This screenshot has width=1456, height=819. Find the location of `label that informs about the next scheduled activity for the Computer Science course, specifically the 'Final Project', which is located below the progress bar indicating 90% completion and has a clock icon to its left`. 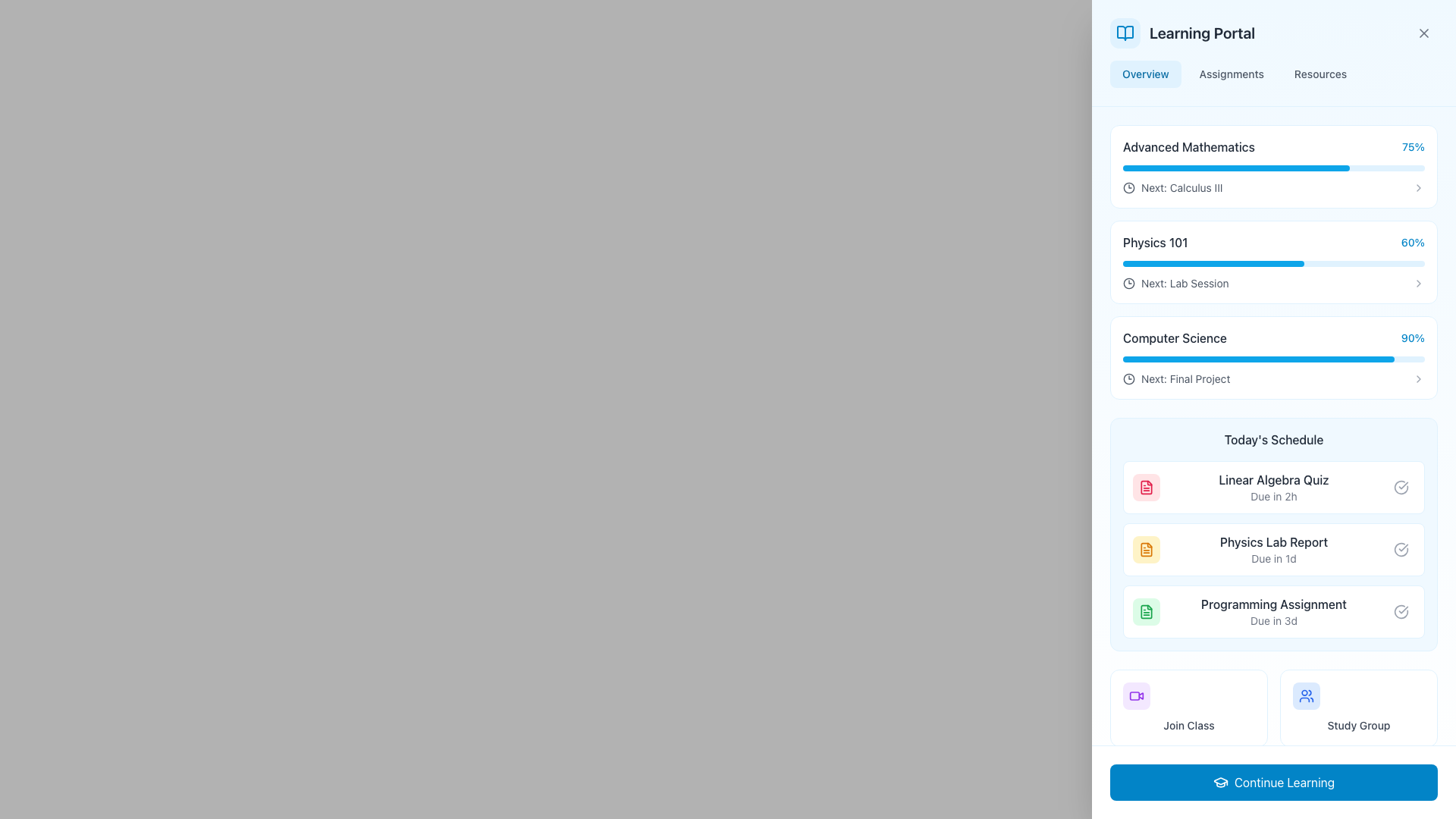

label that informs about the next scheduled activity for the Computer Science course, specifically the 'Final Project', which is located below the progress bar indicating 90% completion and has a clock icon to its left is located at coordinates (1175, 378).